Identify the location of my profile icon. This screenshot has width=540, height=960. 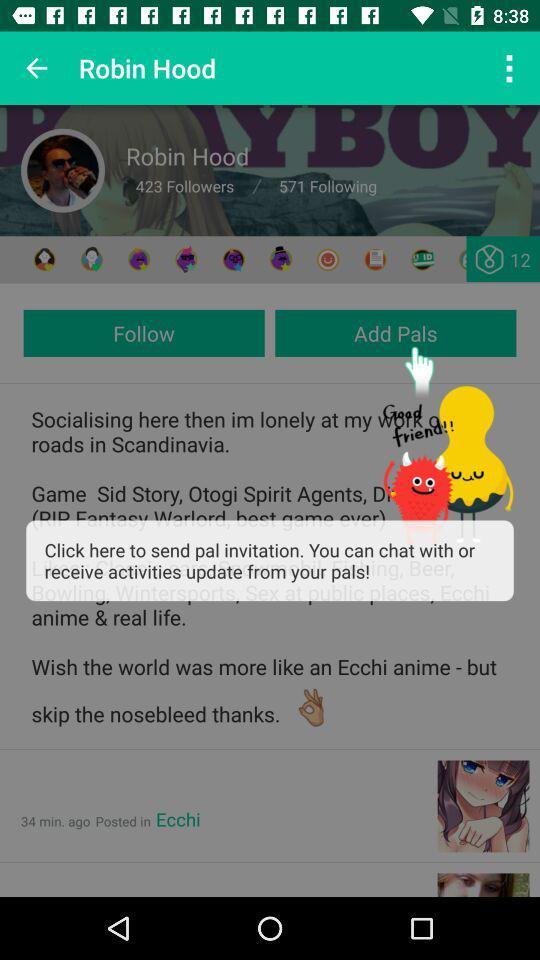
(138, 258).